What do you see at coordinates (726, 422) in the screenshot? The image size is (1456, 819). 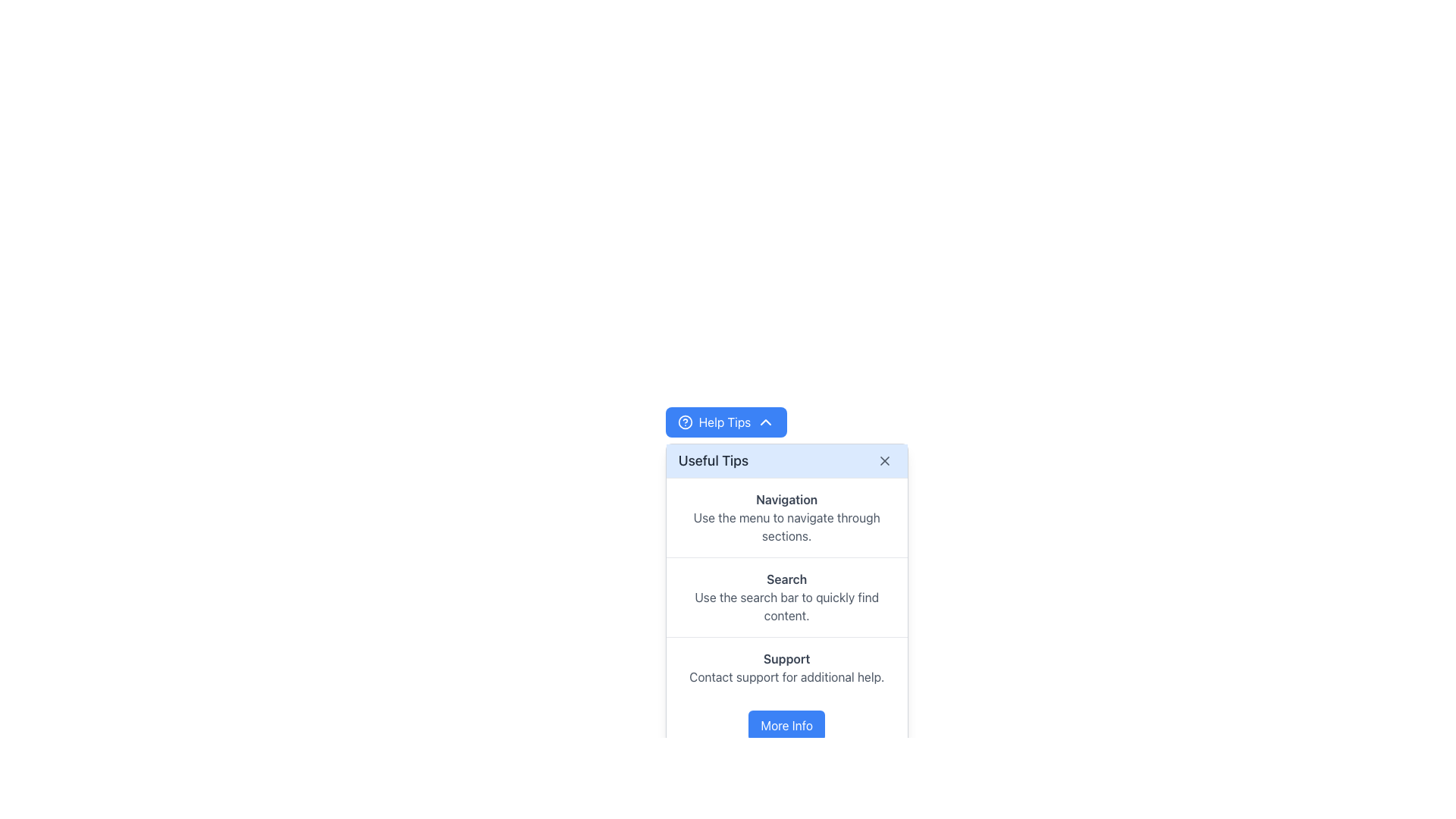 I see `the toggle button for expanding or collapsing the 'Useful Tips' section` at bounding box center [726, 422].